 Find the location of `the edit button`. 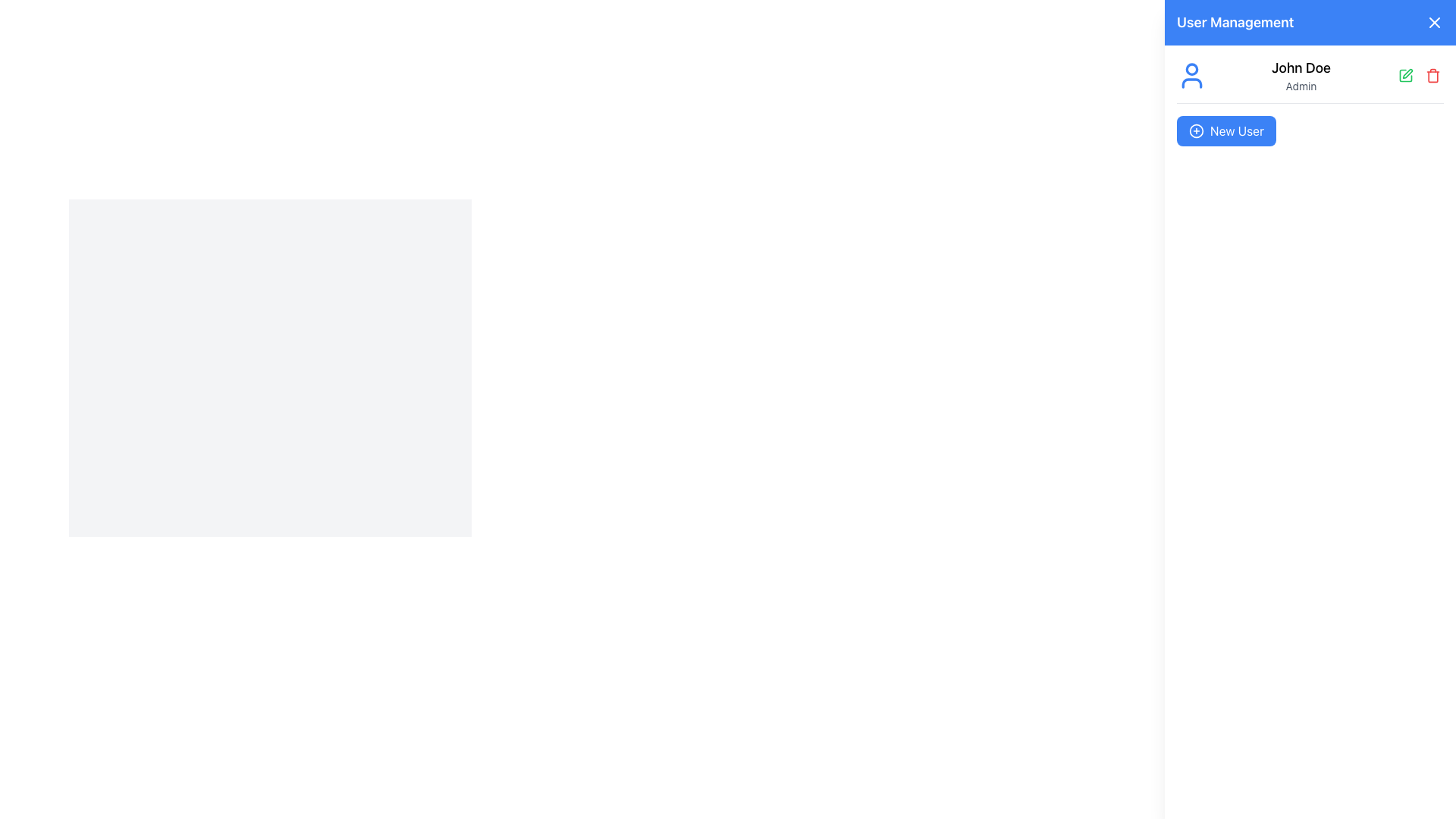

the edit button is located at coordinates (1404, 76).